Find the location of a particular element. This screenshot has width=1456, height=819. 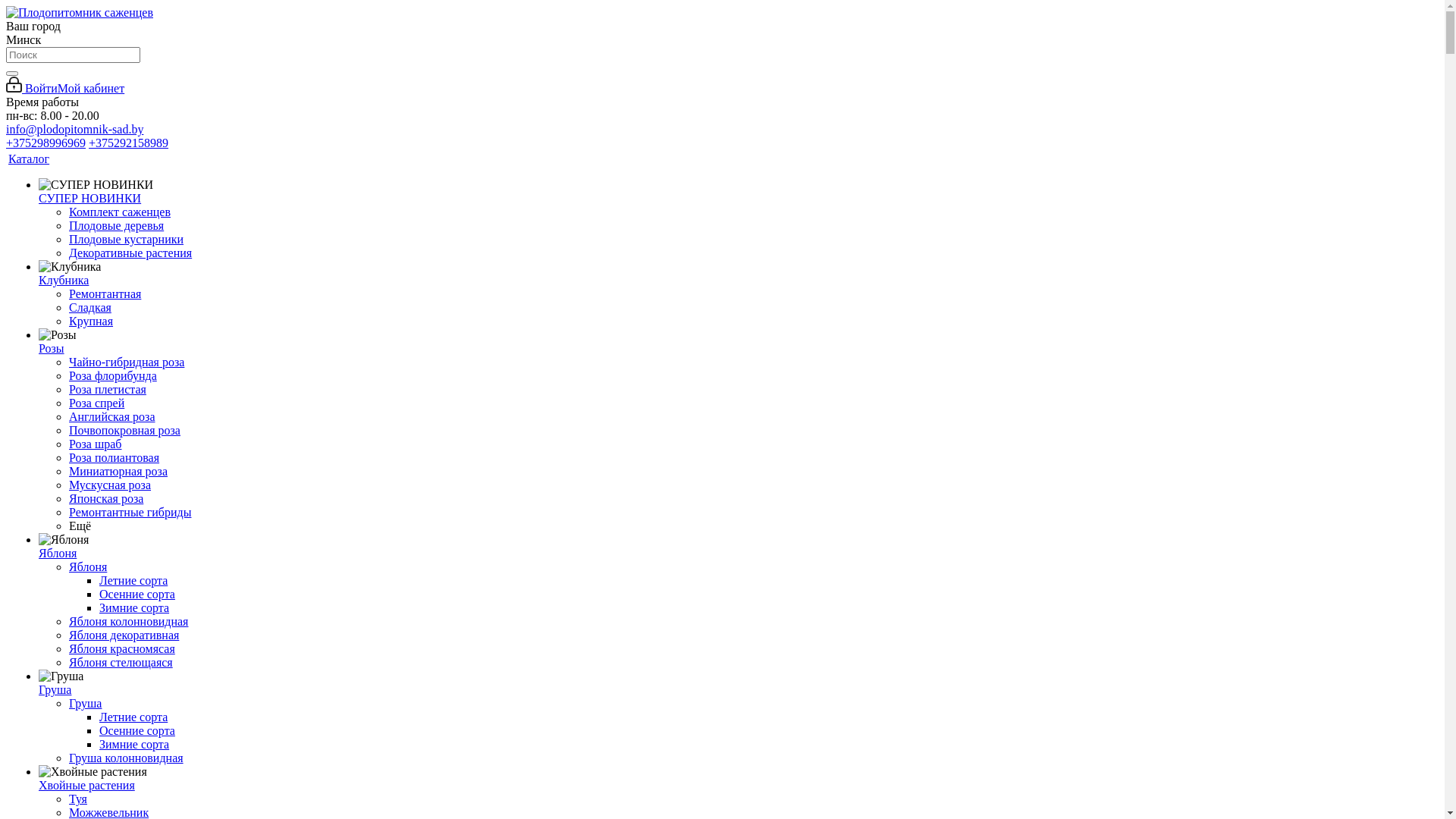

'info@plodopitomnik-sad.by' is located at coordinates (6, 128).